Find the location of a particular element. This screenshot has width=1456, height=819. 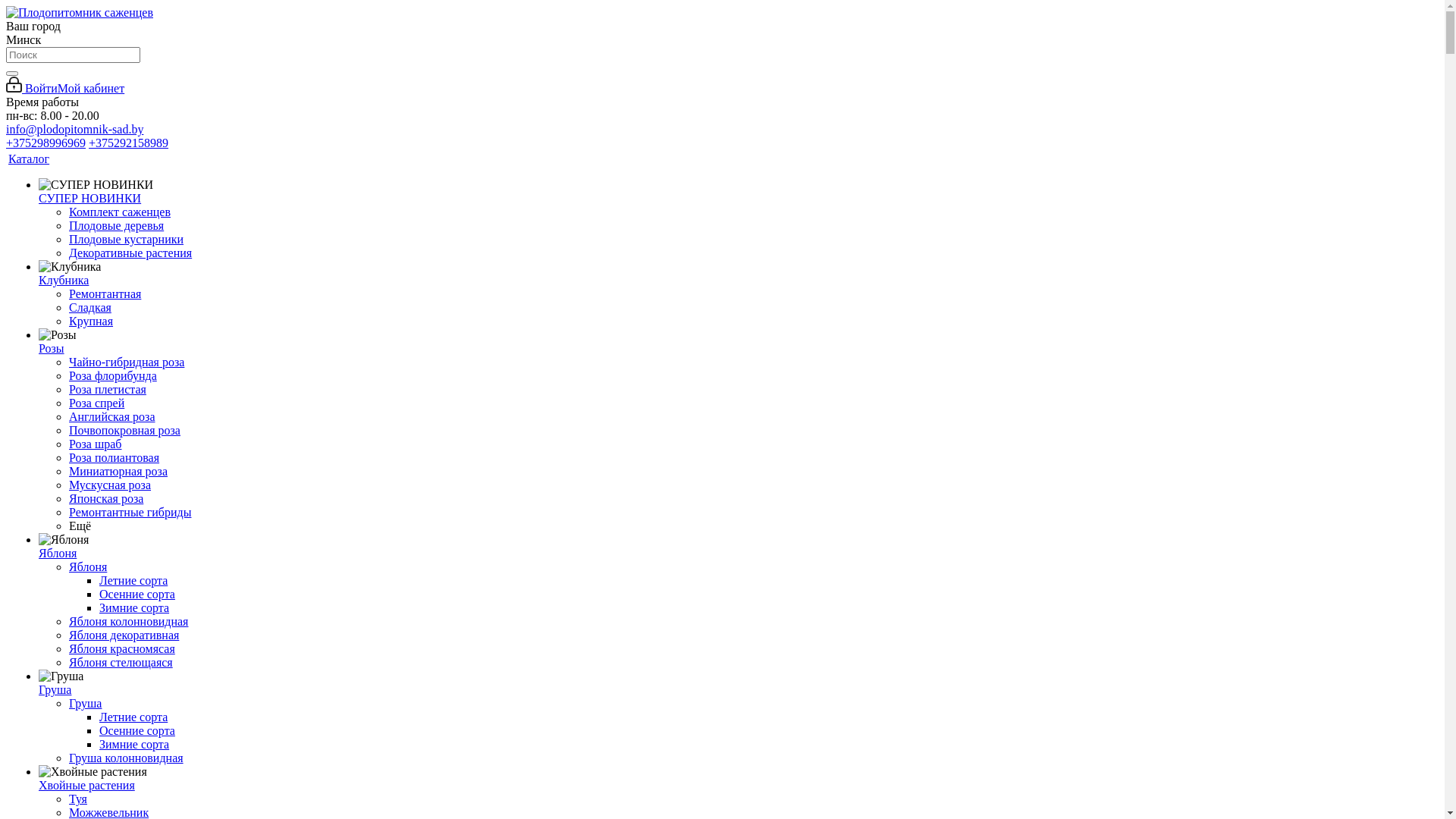

'info@plodopitomnik-sad.by' is located at coordinates (6, 128).